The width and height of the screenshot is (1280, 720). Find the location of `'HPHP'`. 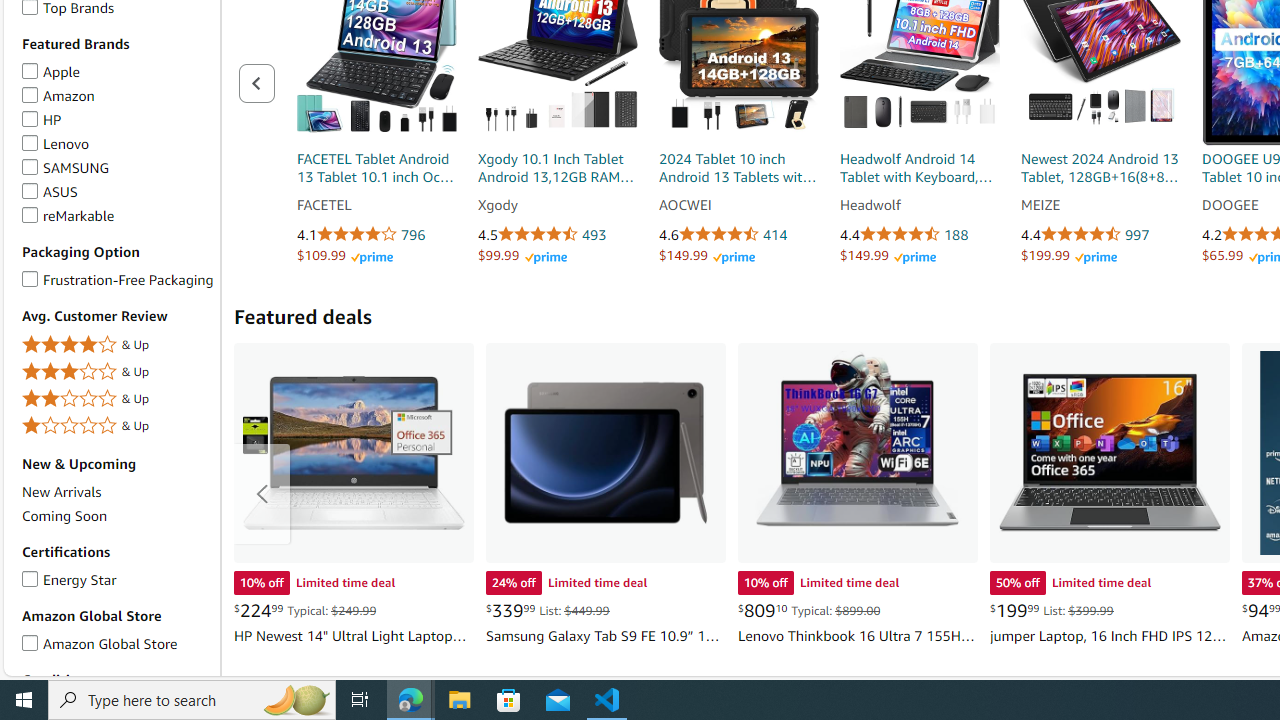

'HPHP' is located at coordinates (116, 120).